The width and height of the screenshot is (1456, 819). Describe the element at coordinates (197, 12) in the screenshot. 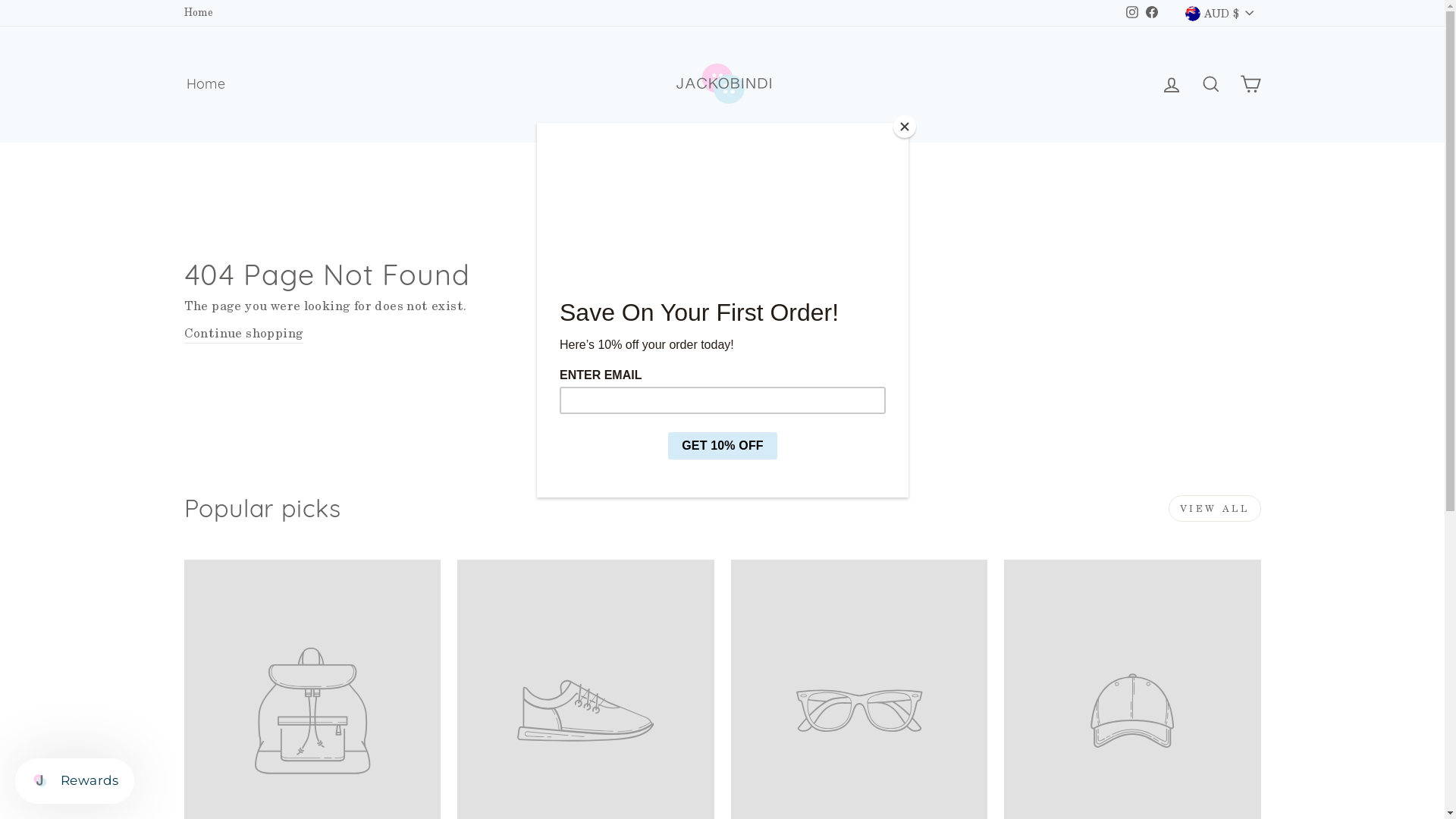

I see `'Home'` at that location.